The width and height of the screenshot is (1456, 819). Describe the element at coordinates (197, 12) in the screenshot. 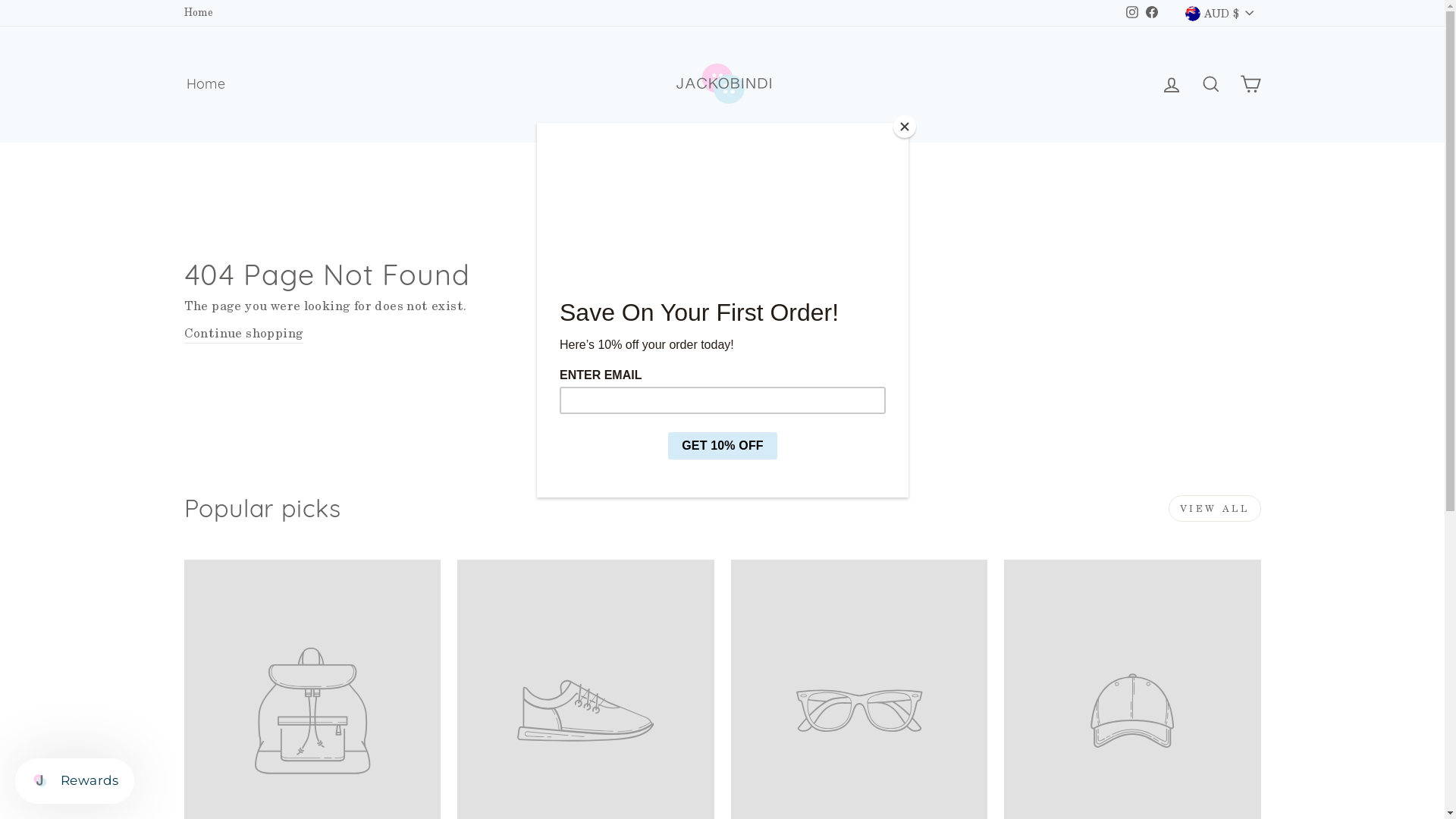

I see `'Home'` at that location.